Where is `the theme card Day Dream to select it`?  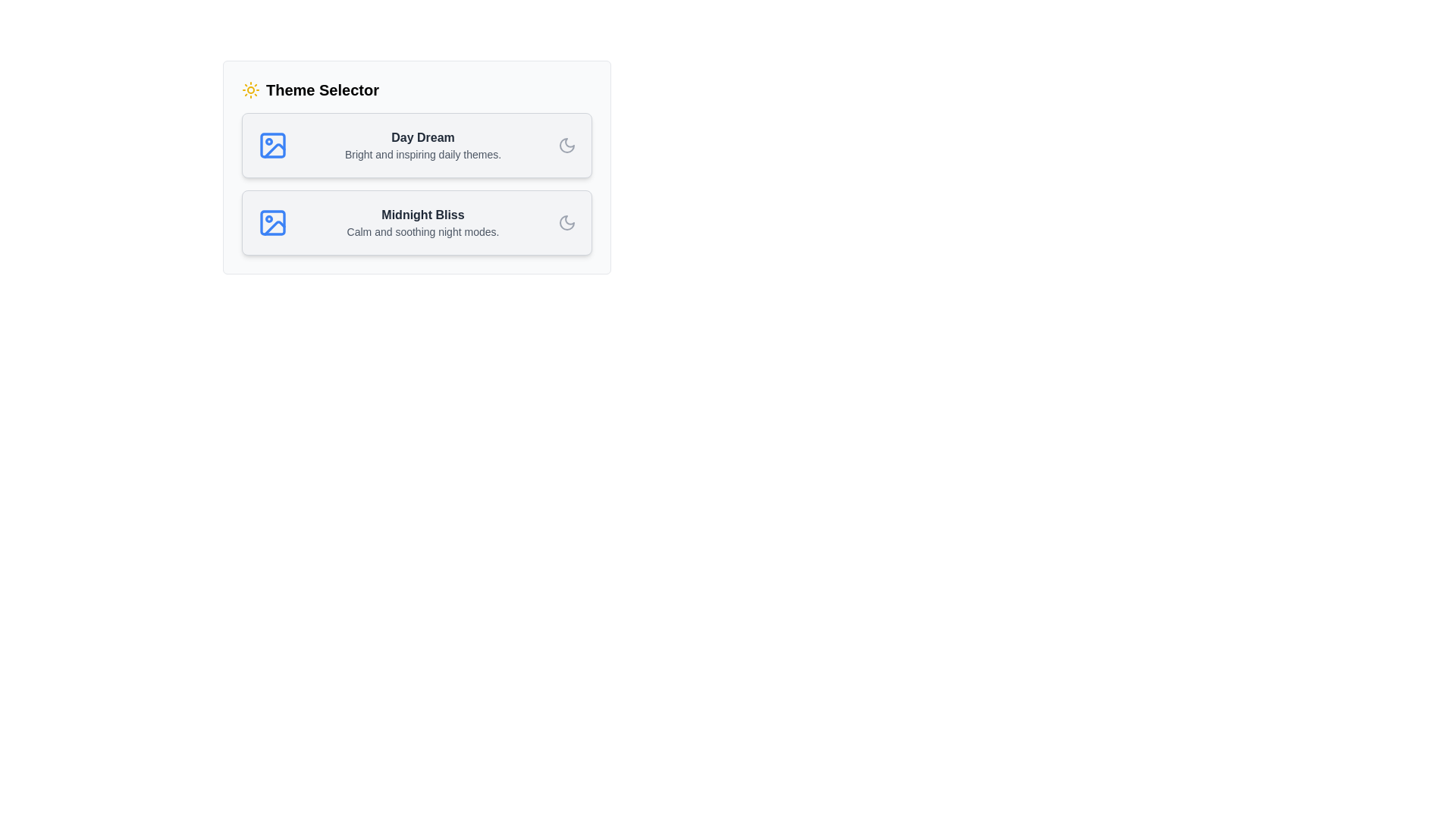
the theme card Day Dream to select it is located at coordinates (417, 146).